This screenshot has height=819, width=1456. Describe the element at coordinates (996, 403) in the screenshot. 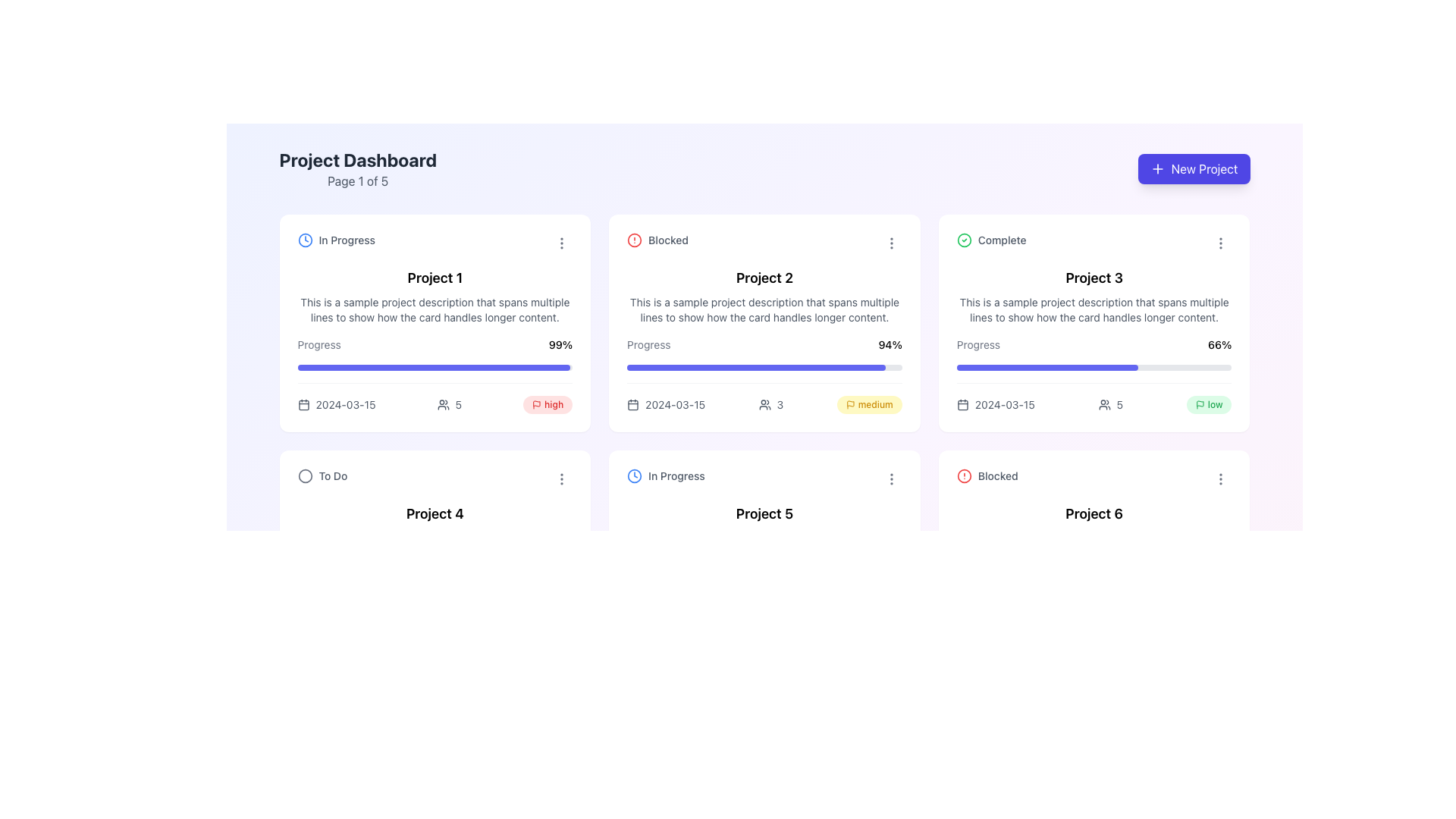

I see `the Date display element located in the 'Complete' section of 'Project 3', positioned at the bottom left of the card, for accessibility purposes` at that location.